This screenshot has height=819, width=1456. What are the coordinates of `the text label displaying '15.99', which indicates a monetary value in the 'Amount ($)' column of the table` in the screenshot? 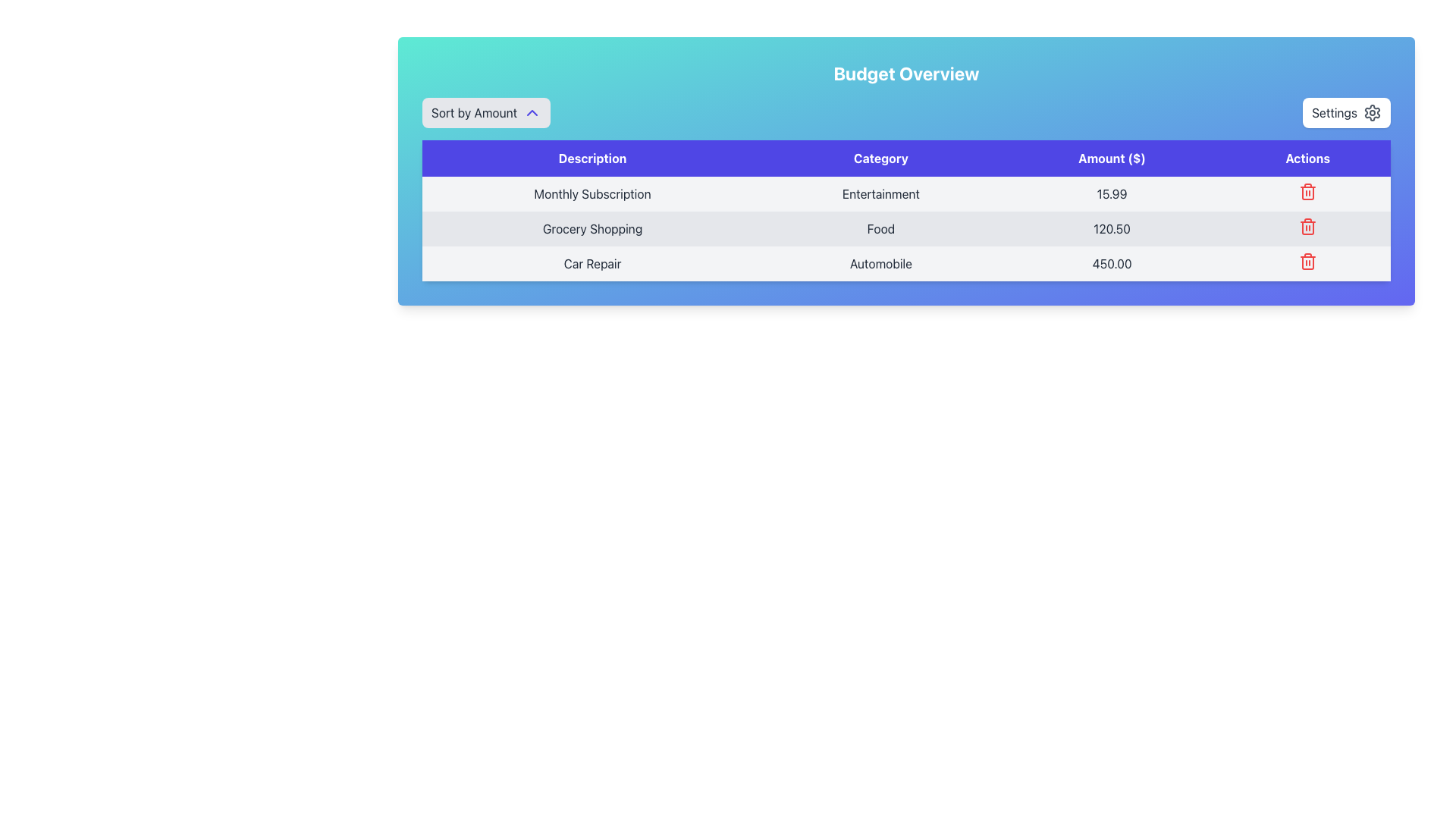 It's located at (1112, 193).